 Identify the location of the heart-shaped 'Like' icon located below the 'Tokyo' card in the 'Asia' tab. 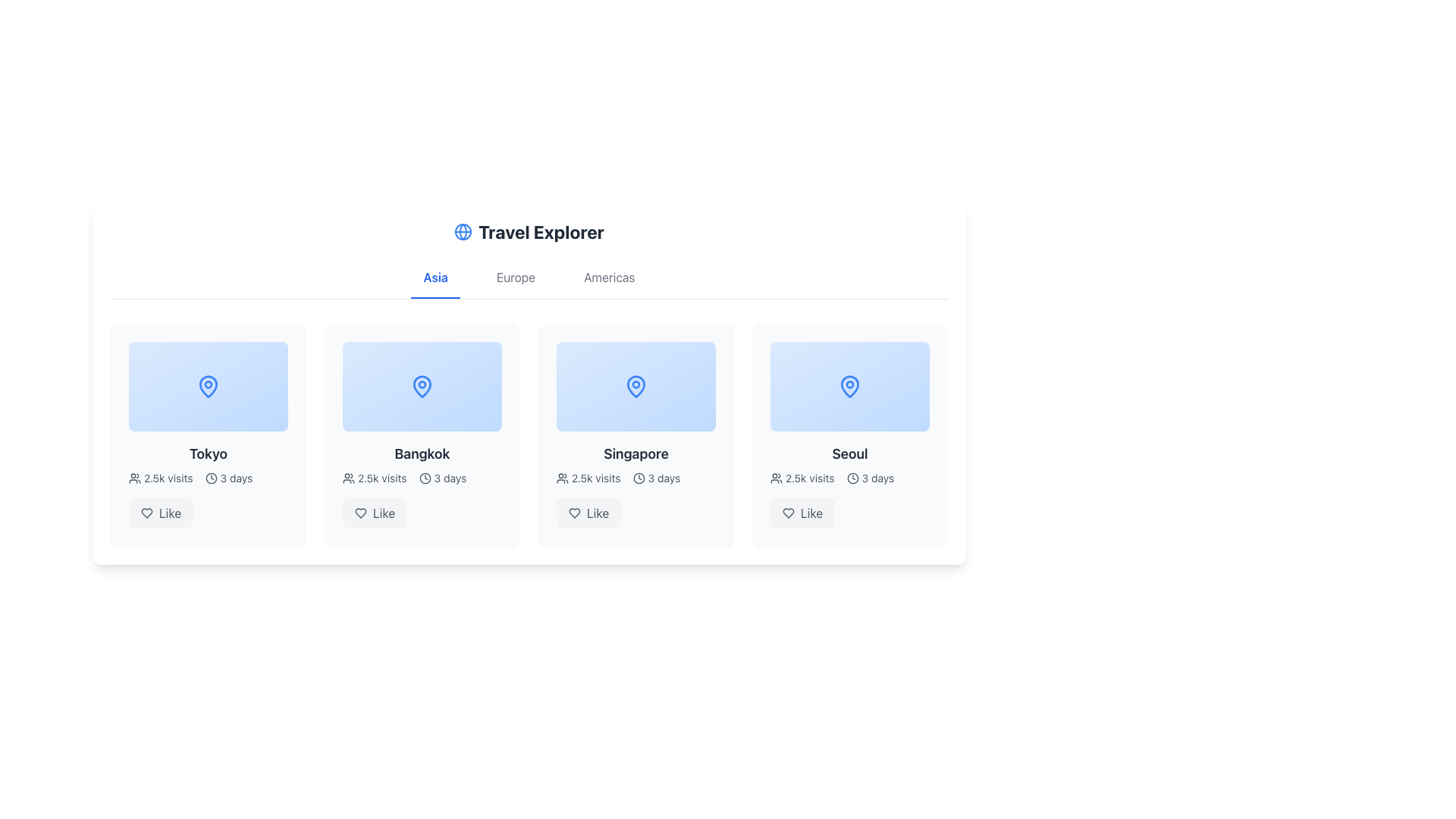
(146, 513).